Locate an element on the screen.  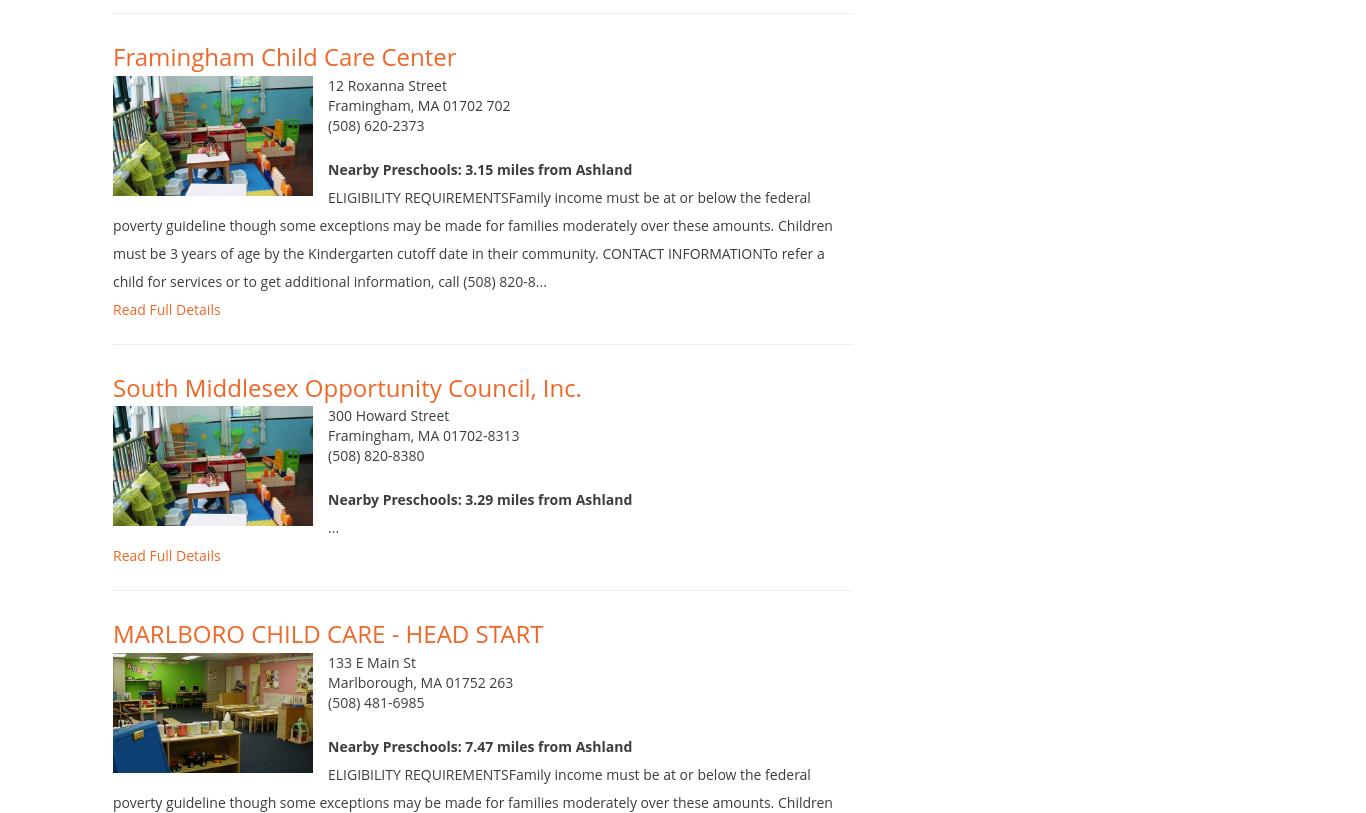
'(508) 620-2373' is located at coordinates (375, 154).